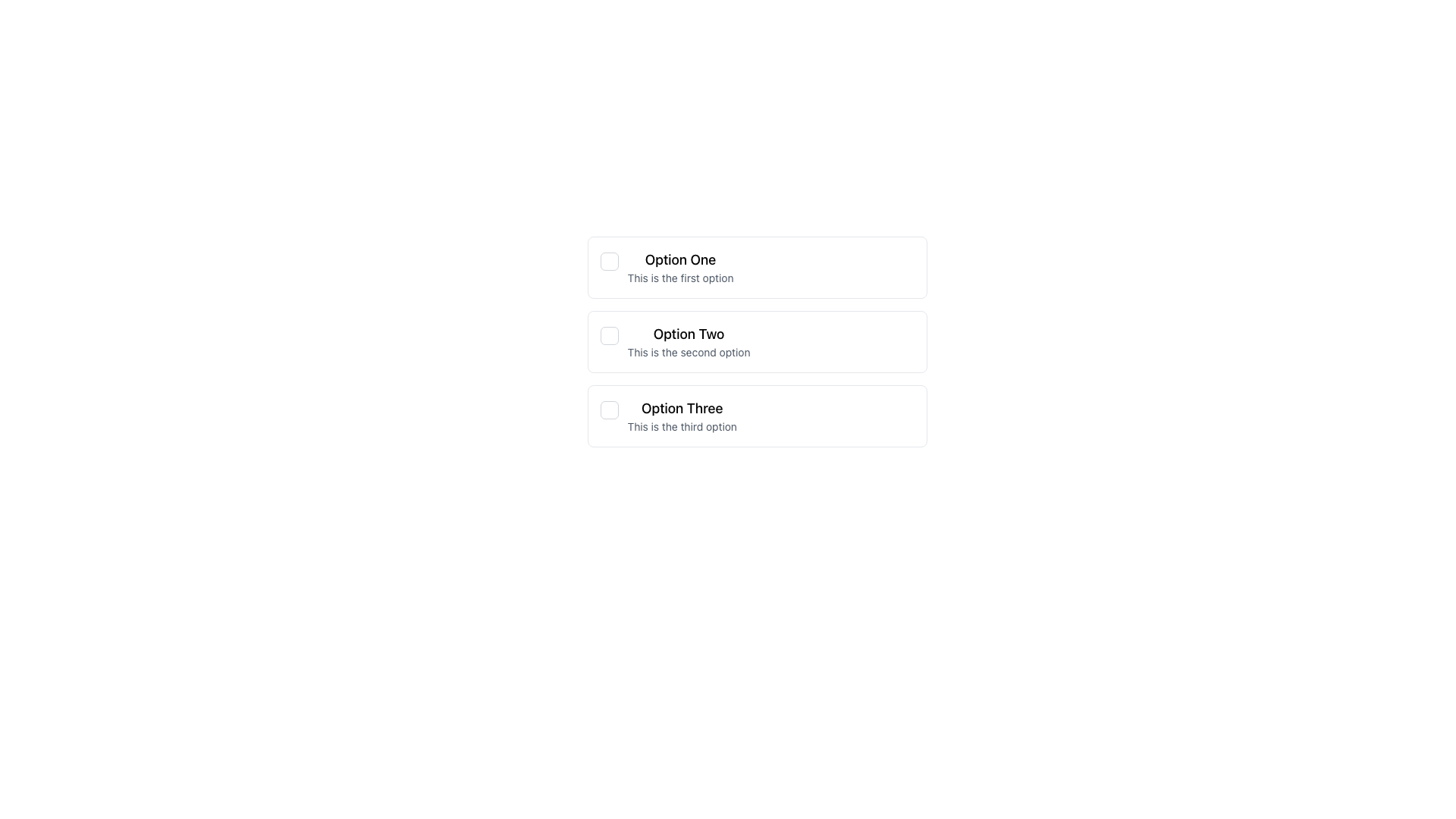 The image size is (1456, 819). What do you see at coordinates (688, 353) in the screenshot?
I see `the static text label that provides additional clarification for 'Option Two', located beneath the 'Option Two' text` at bounding box center [688, 353].